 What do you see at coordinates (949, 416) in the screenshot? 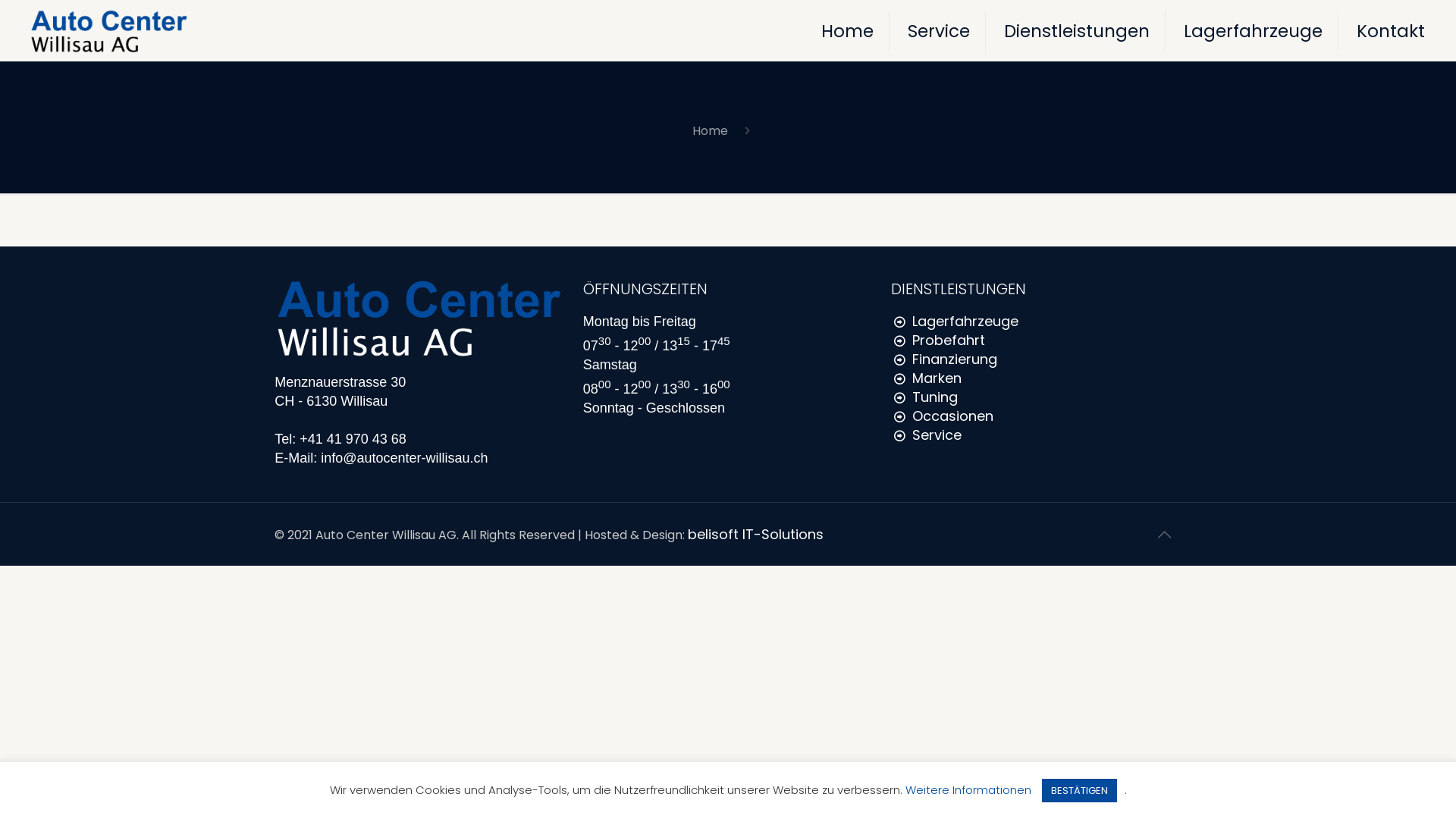
I see `'Occasionen'` at bounding box center [949, 416].